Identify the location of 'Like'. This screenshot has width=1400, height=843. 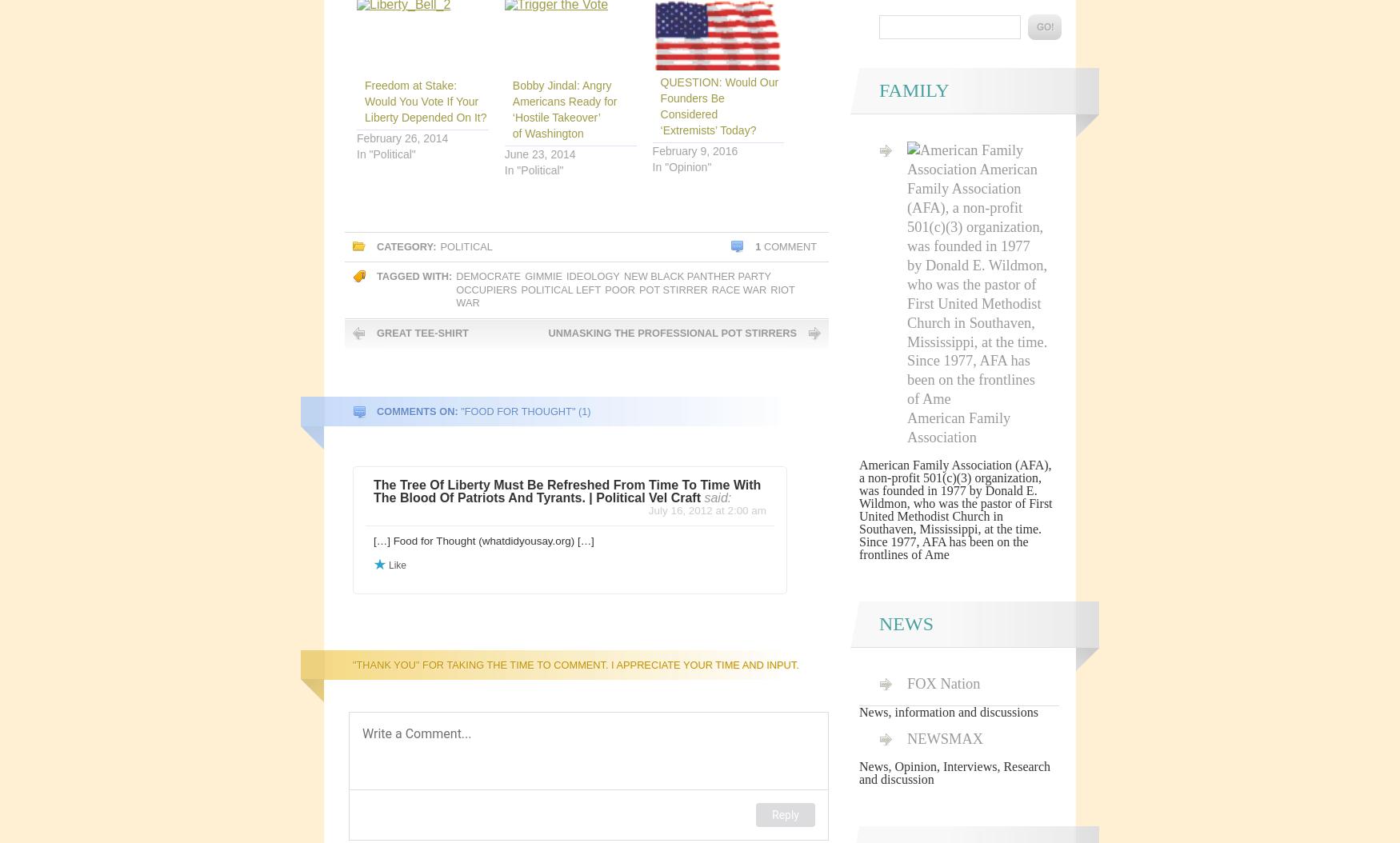
(397, 563).